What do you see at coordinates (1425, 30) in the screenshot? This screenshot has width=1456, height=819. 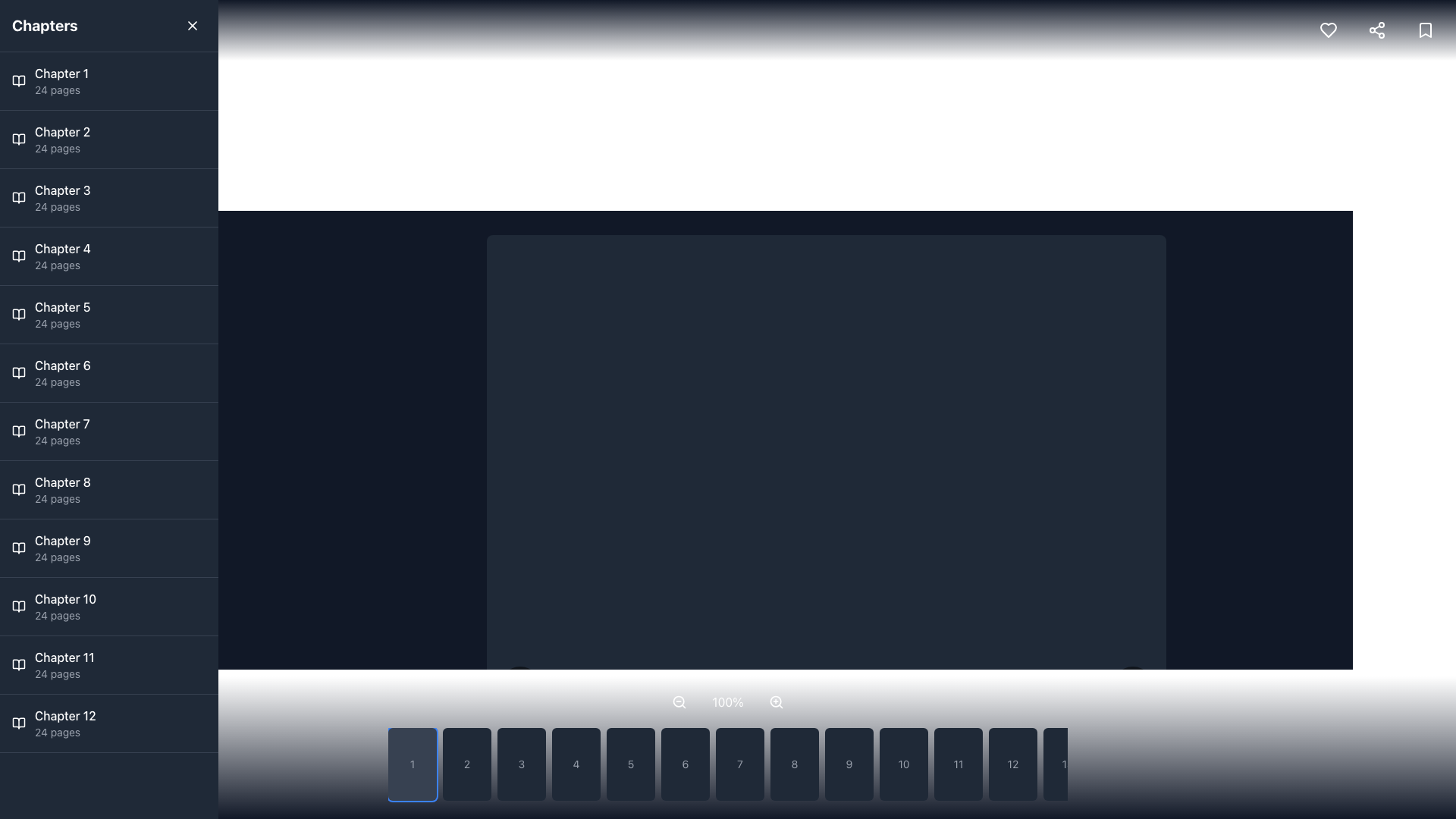 I see `the bookmarking button located in the top-right corner of the interface` at bounding box center [1425, 30].